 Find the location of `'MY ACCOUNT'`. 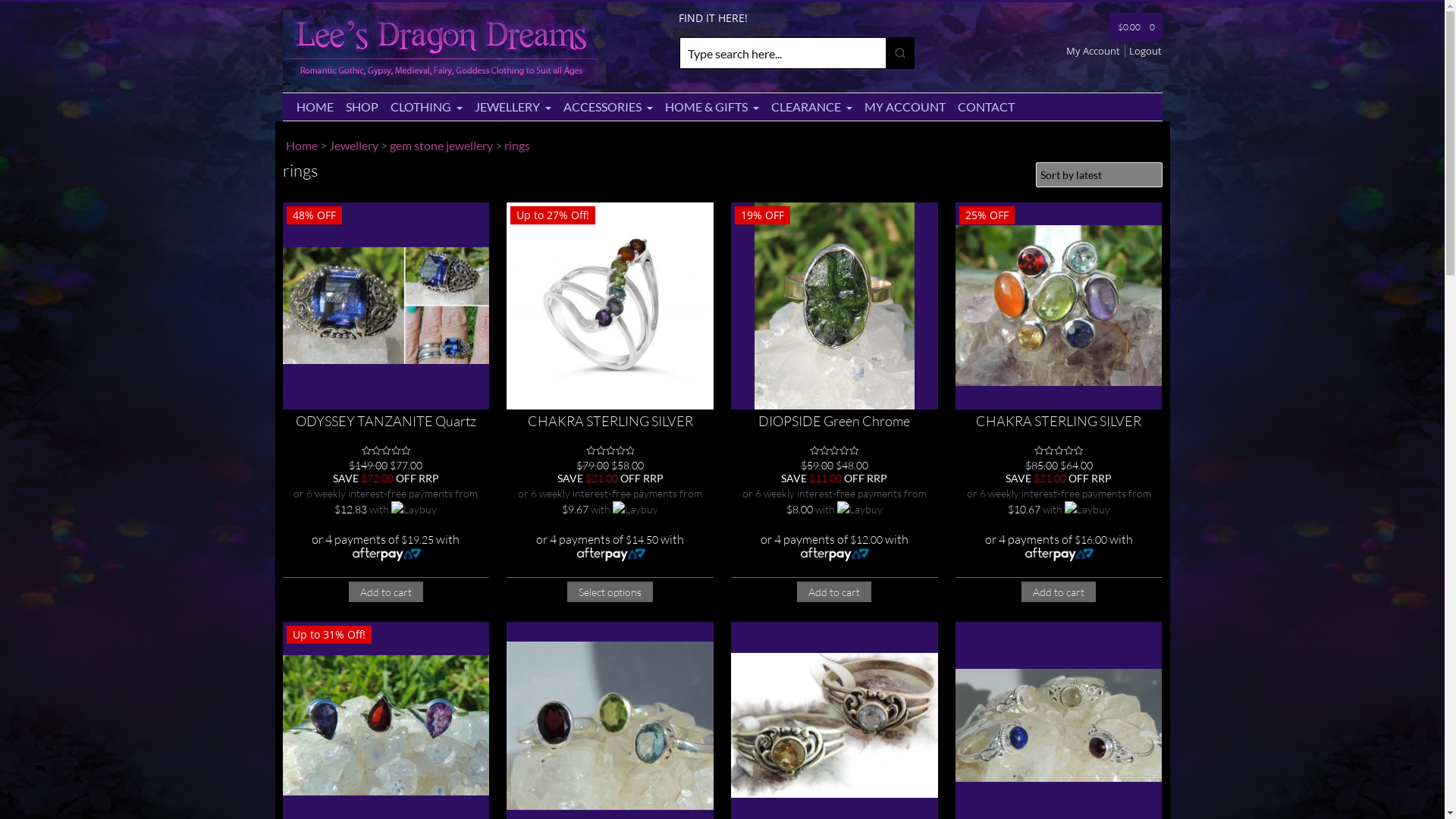

'MY ACCOUNT' is located at coordinates (905, 106).